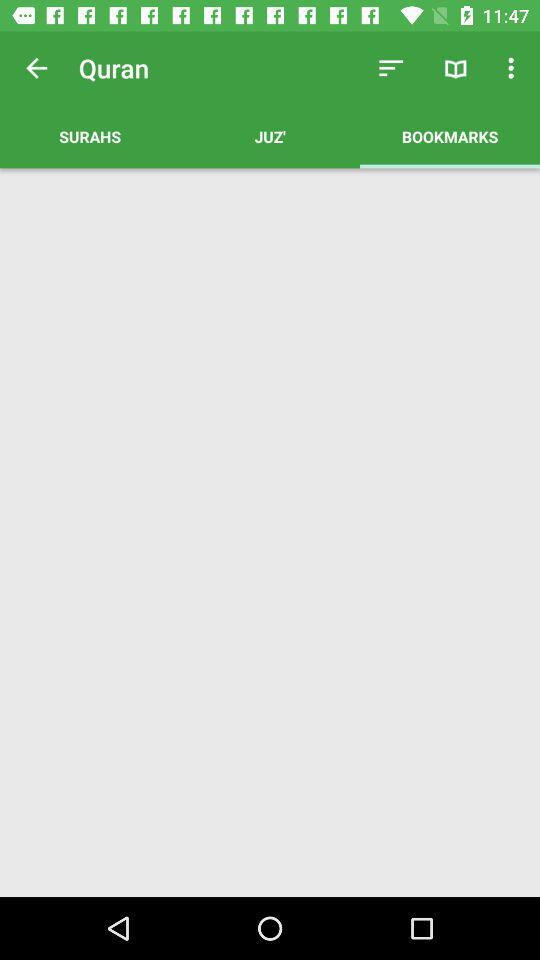 This screenshot has height=960, width=540. Describe the element at coordinates (449, 135) in the screenshot. I see `item next to the juz' app` at that location.